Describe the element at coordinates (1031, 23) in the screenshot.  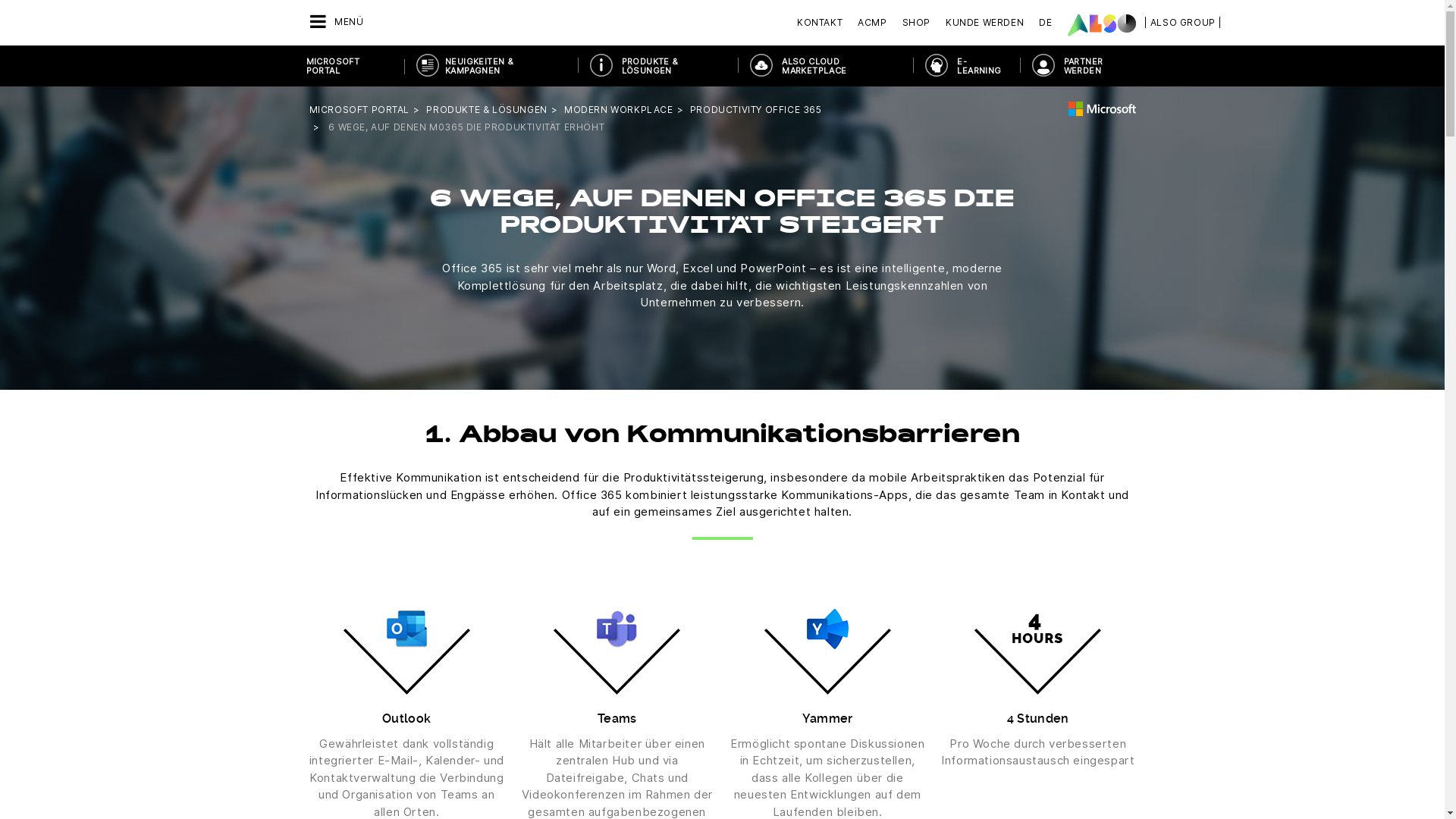
I see `'DE'` at that location.